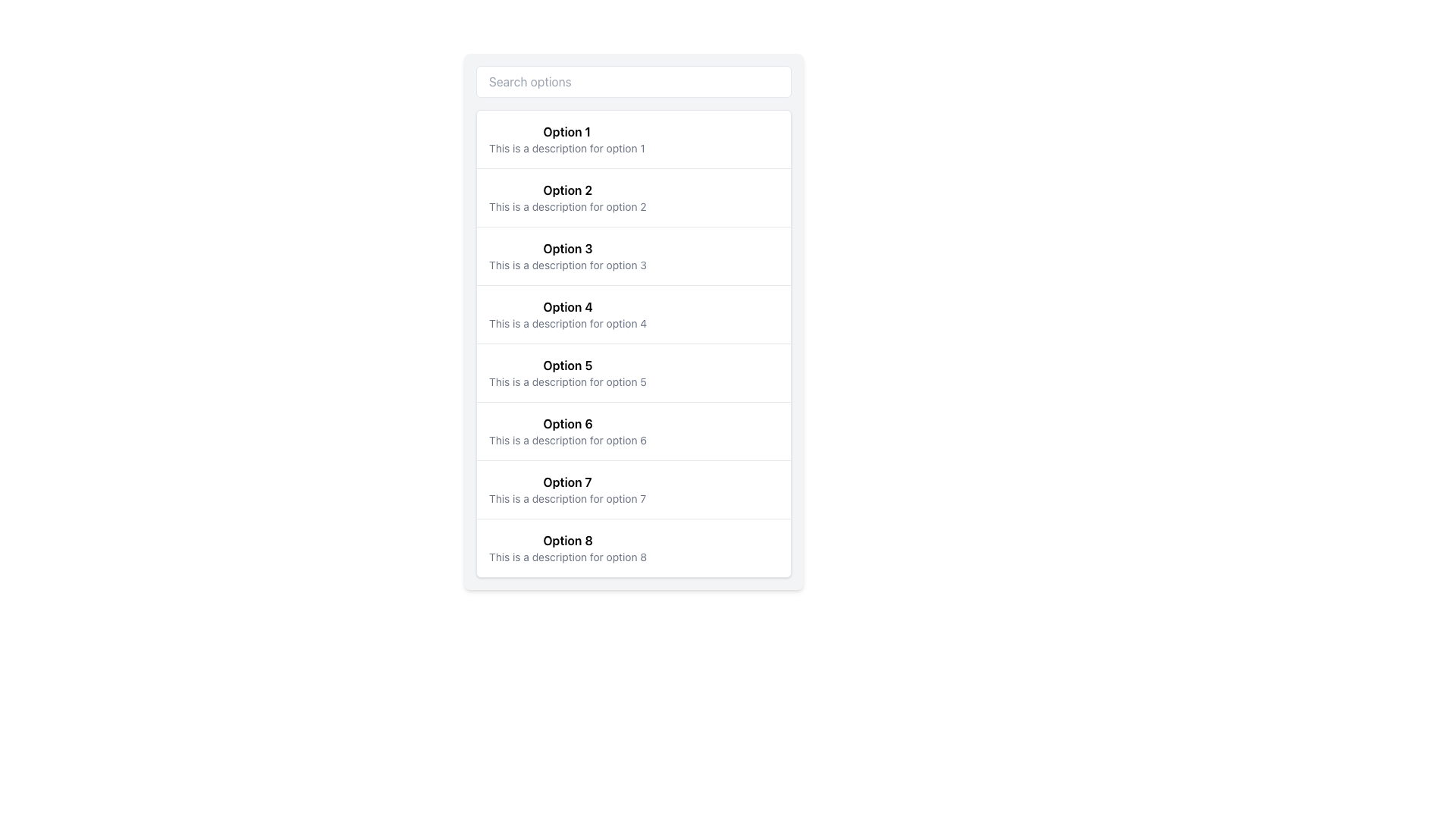  Describe the element at coordinates (567, 314) in the screenshot. I see `the List Item representing 'Option 4'` at that location.